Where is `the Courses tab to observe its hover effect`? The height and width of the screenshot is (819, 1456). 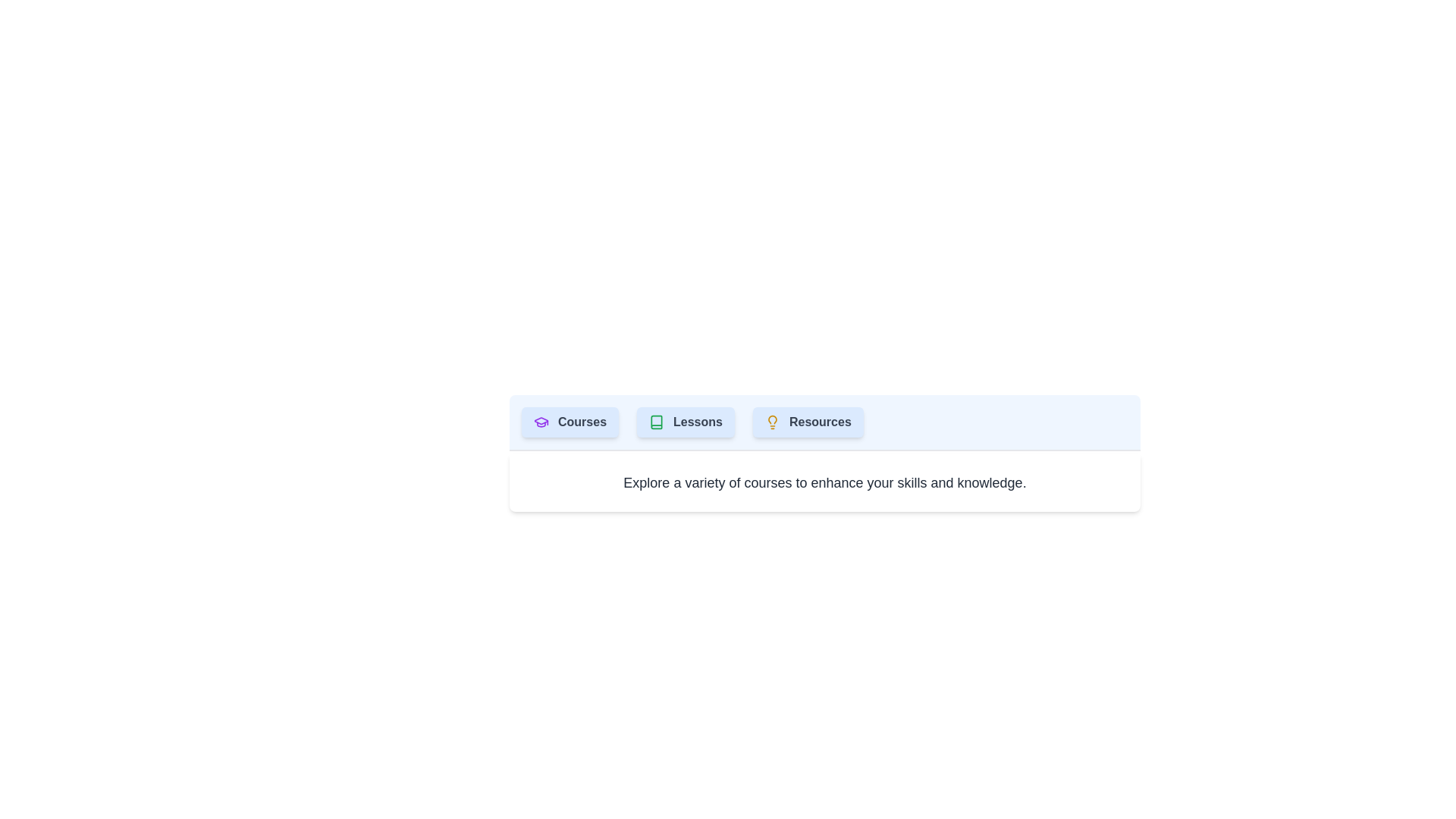
the Courses tab to observe its hover effect is located at coordinates (570, 422).